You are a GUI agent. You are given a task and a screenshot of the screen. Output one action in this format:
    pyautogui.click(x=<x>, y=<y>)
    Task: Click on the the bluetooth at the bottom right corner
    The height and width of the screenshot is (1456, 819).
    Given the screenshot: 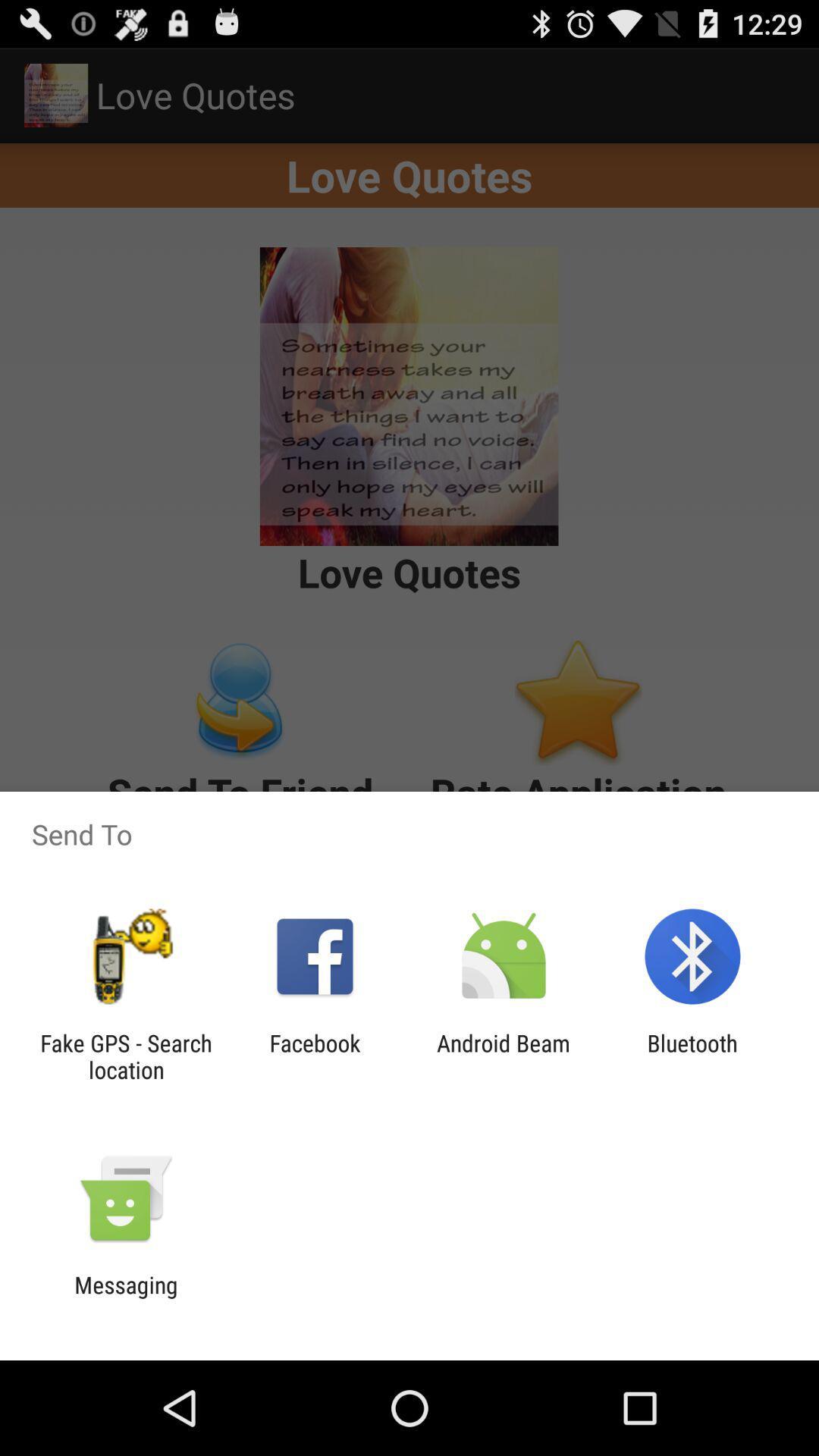 What is the action you would take?
    pyautogui.click(x=692, y=1056)
    